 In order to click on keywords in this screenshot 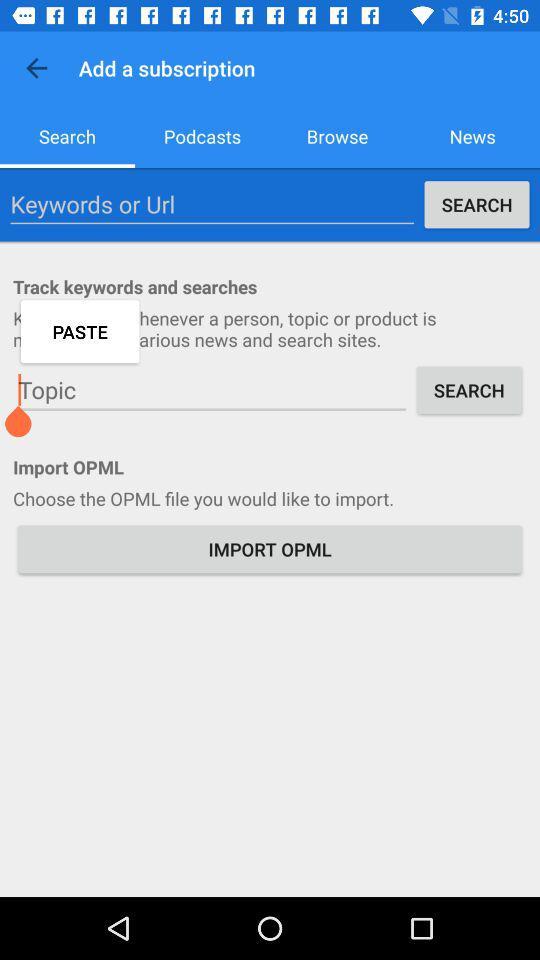, I will do `click(211, 204)`.